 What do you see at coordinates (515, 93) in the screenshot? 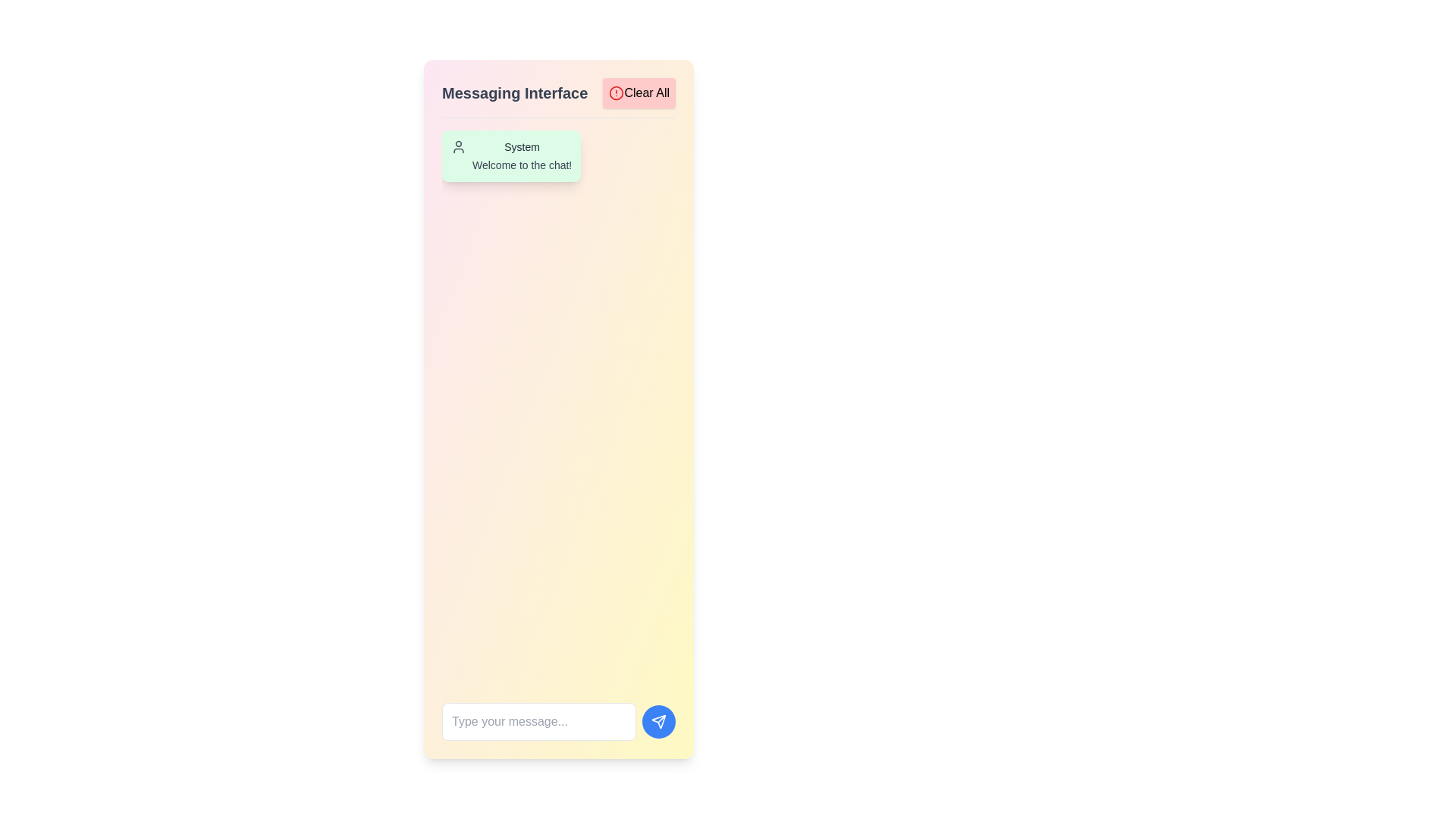
I see `the bold text labeled 'Messaging Interface' which is styled in a large gray font and located prominently at the top of the main panel` at bounding box center [515, 93].